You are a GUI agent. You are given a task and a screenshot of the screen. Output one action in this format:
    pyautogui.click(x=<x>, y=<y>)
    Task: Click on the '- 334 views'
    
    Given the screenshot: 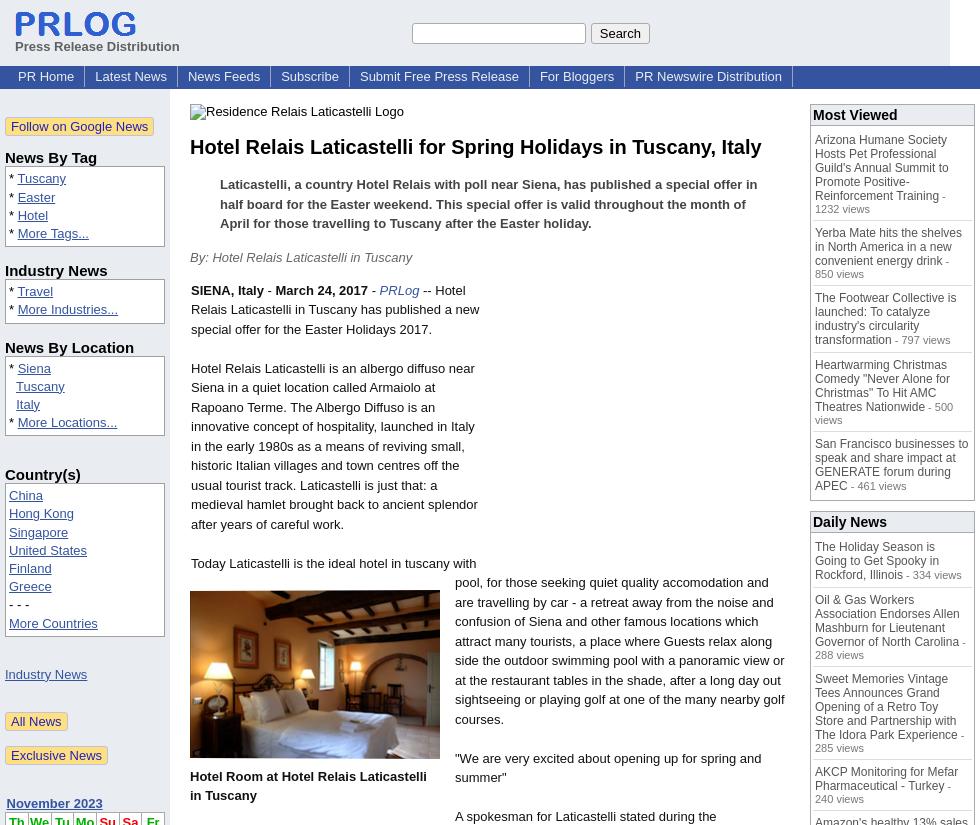 What is the action you would take?
    pyautogui.click(x=931, y=574)
    